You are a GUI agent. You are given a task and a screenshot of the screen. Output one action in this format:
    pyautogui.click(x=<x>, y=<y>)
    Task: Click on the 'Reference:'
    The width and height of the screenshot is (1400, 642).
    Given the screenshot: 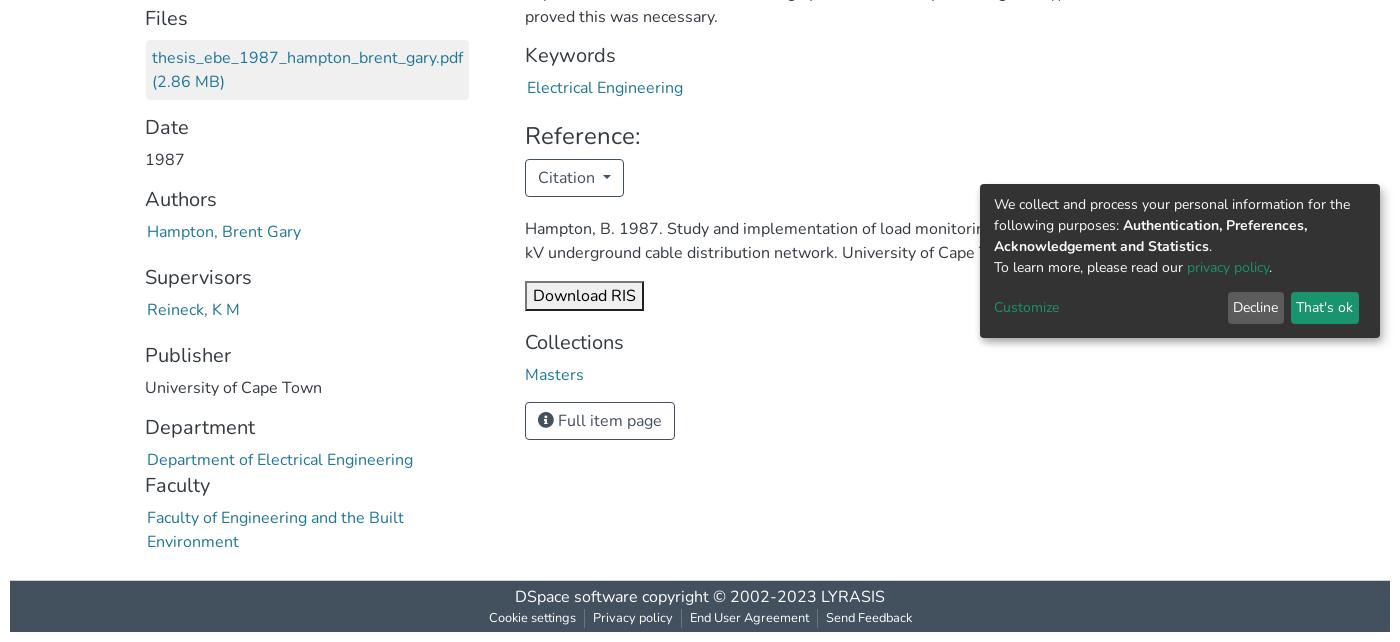 What is the action you would take?
    pyautogui.click(x=582, y=135)
    